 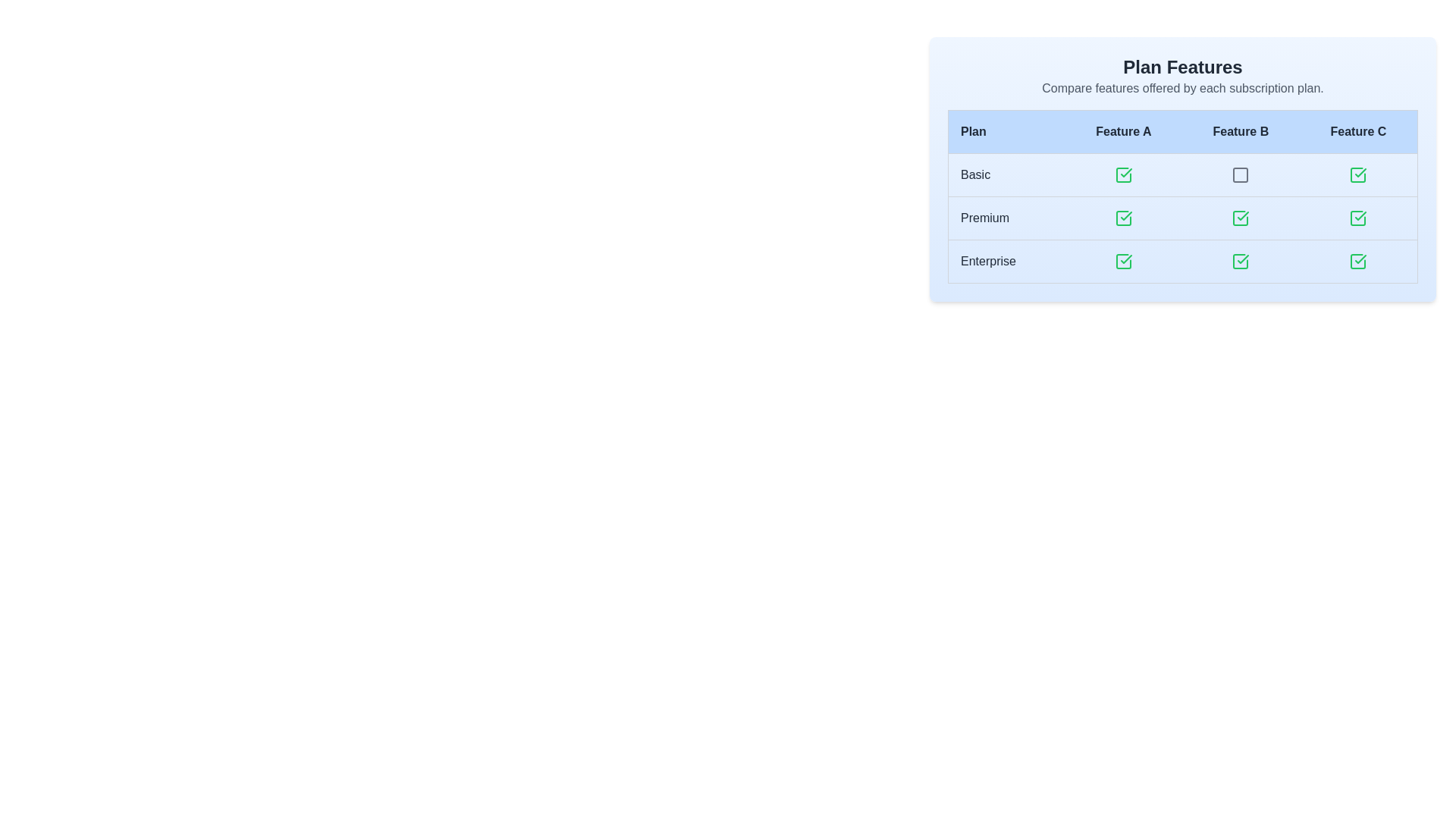 What do you see at coordinates (1241, 174) in the screenshot?
I see `the unmarked indicator icon for 'Feature B' in the 'Basic' plan section of the feature comparison table` at bounding box center [1241, 174].